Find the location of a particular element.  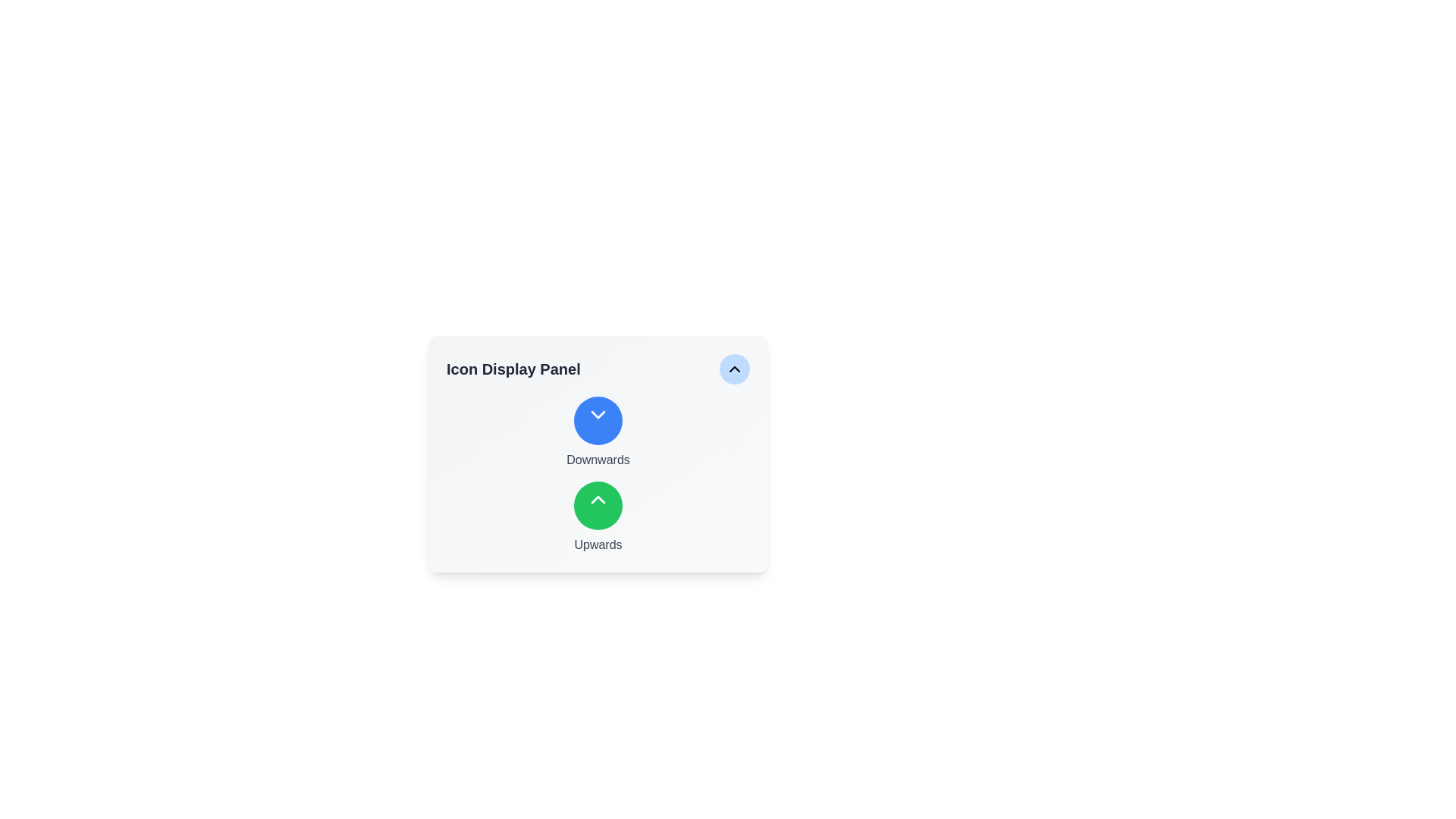

the downwards button located within the 'Icon Display Panel', which is characterized by a blue circular icon labeled 'Downwards' beneath it is located at coordinates (597, 453).